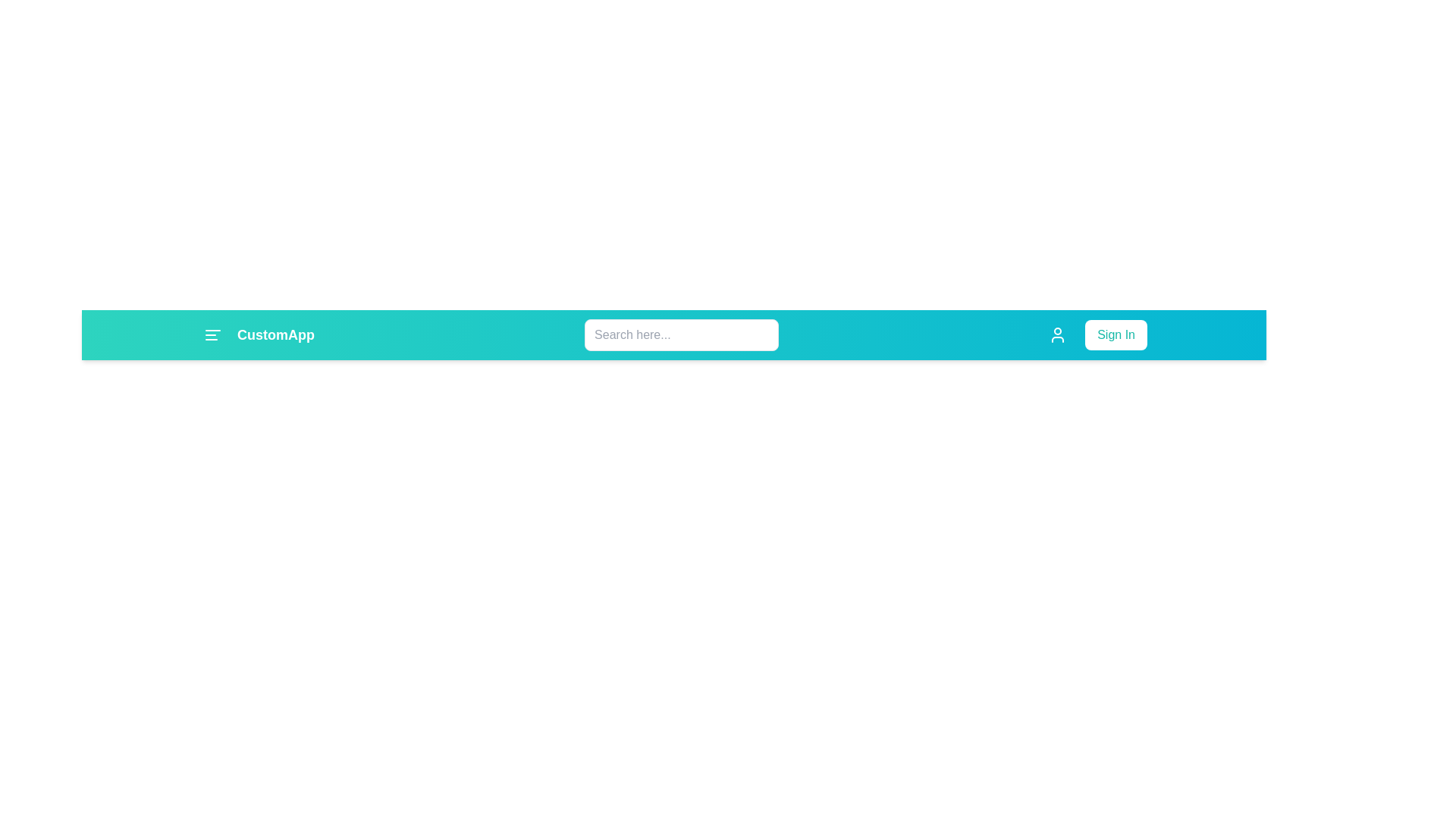 This screenshot has height=819, width=1456. Describe the element at coordinates (681, 334) in the screenshot. I see `the input field with the placeholder text 'Search here...'` at that location.